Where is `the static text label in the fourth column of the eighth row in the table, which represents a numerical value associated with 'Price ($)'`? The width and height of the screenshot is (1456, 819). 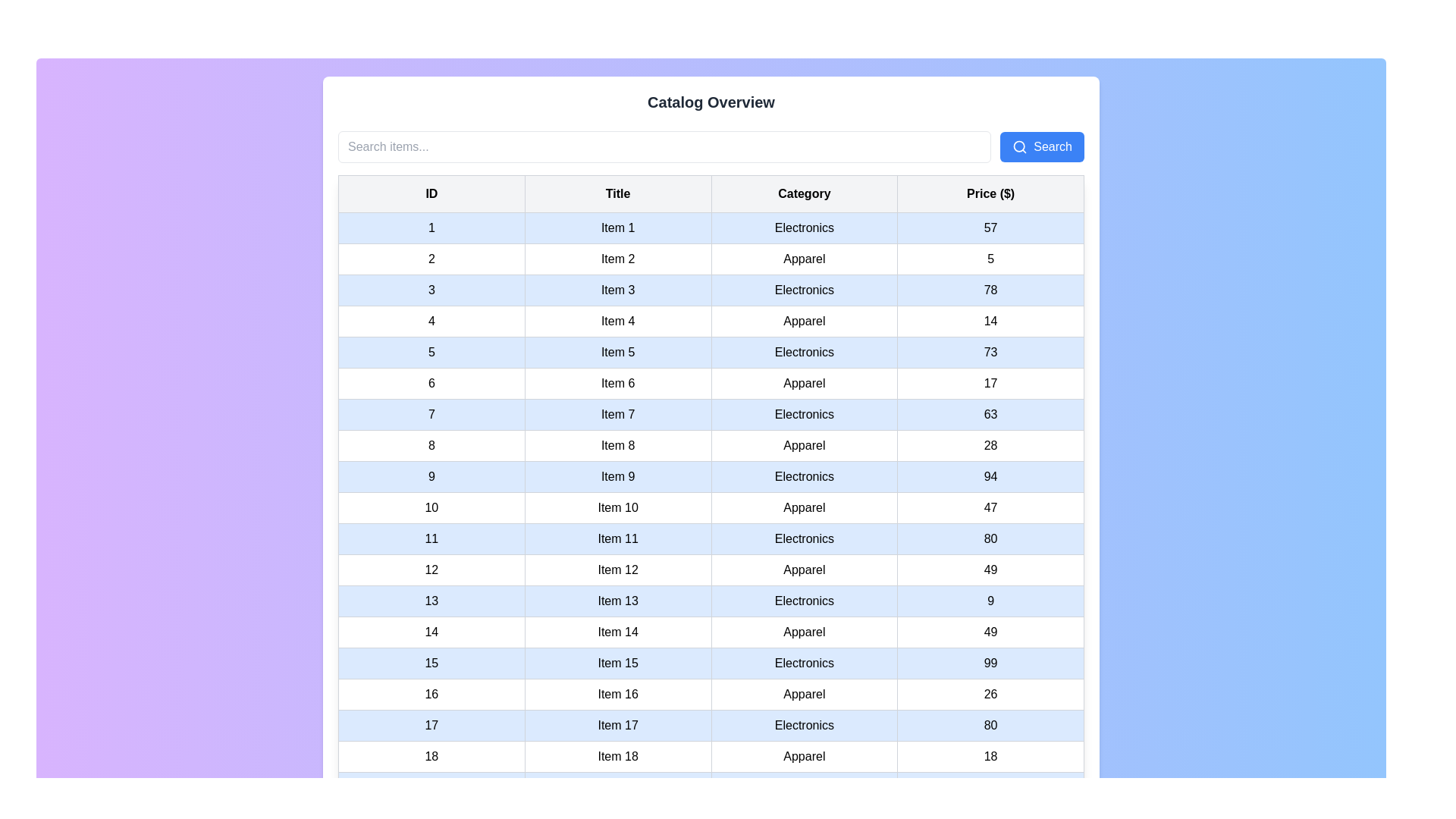 the static text label in the fourth column of the eighth row in the table, which represents a numerical value associated with 'Price ($)' is located at coordinates (990, 444).